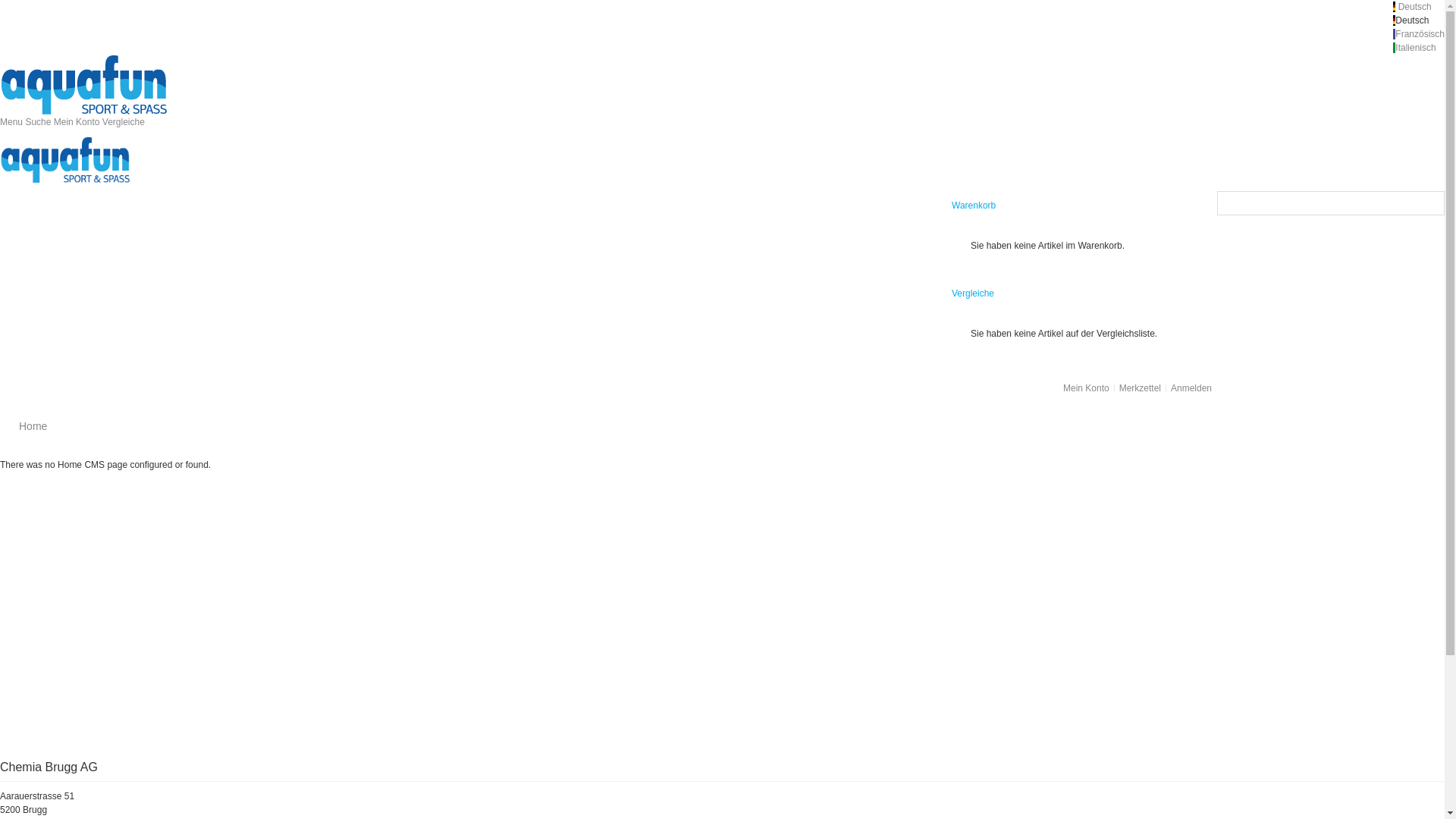  Describe the element at coordinates (101, 121) in the screenshot. I see `'Vergleiche'` at that location.